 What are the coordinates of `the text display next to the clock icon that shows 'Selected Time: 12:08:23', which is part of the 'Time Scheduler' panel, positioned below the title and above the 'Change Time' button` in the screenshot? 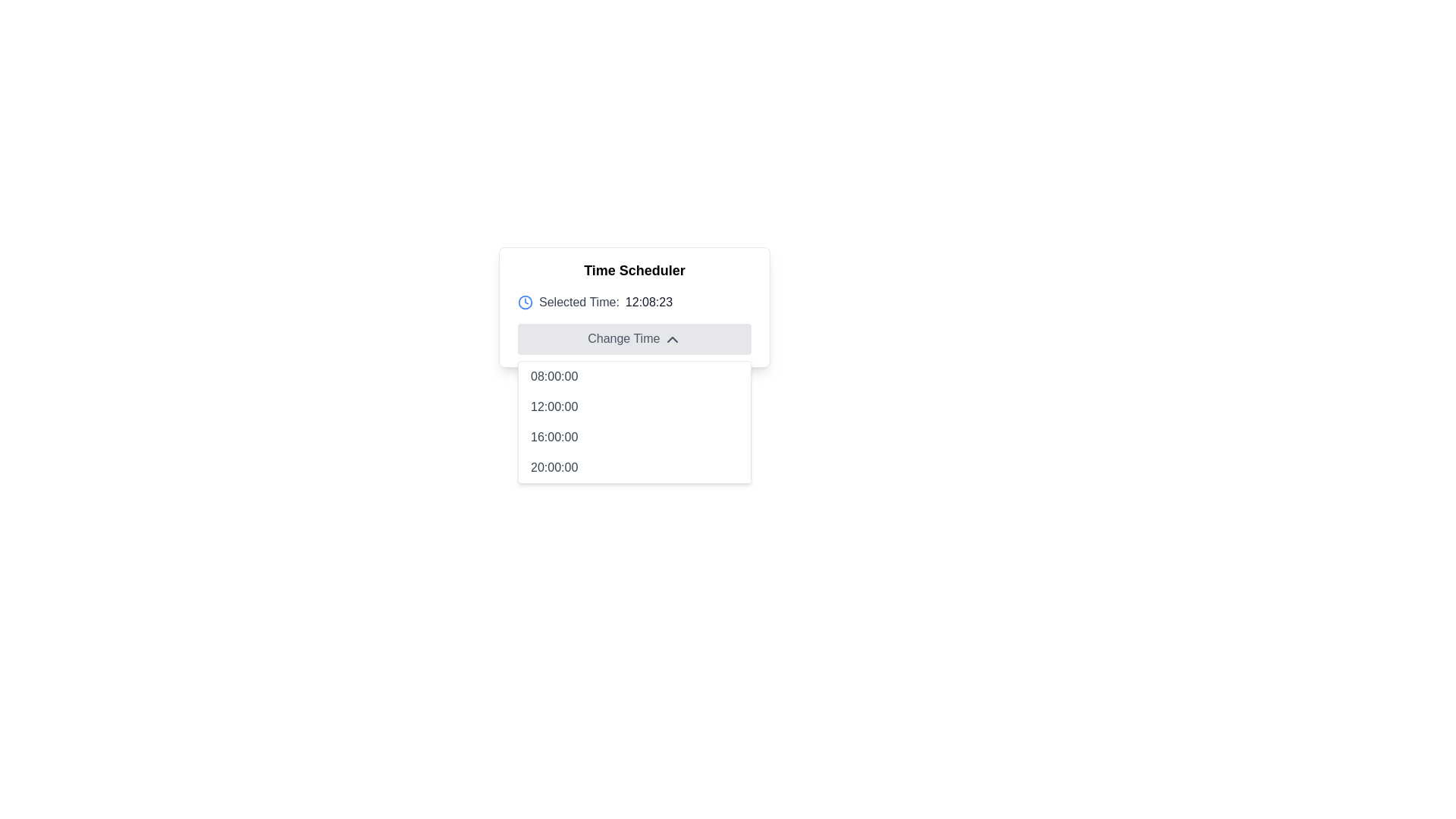 It's located at (634, 302).